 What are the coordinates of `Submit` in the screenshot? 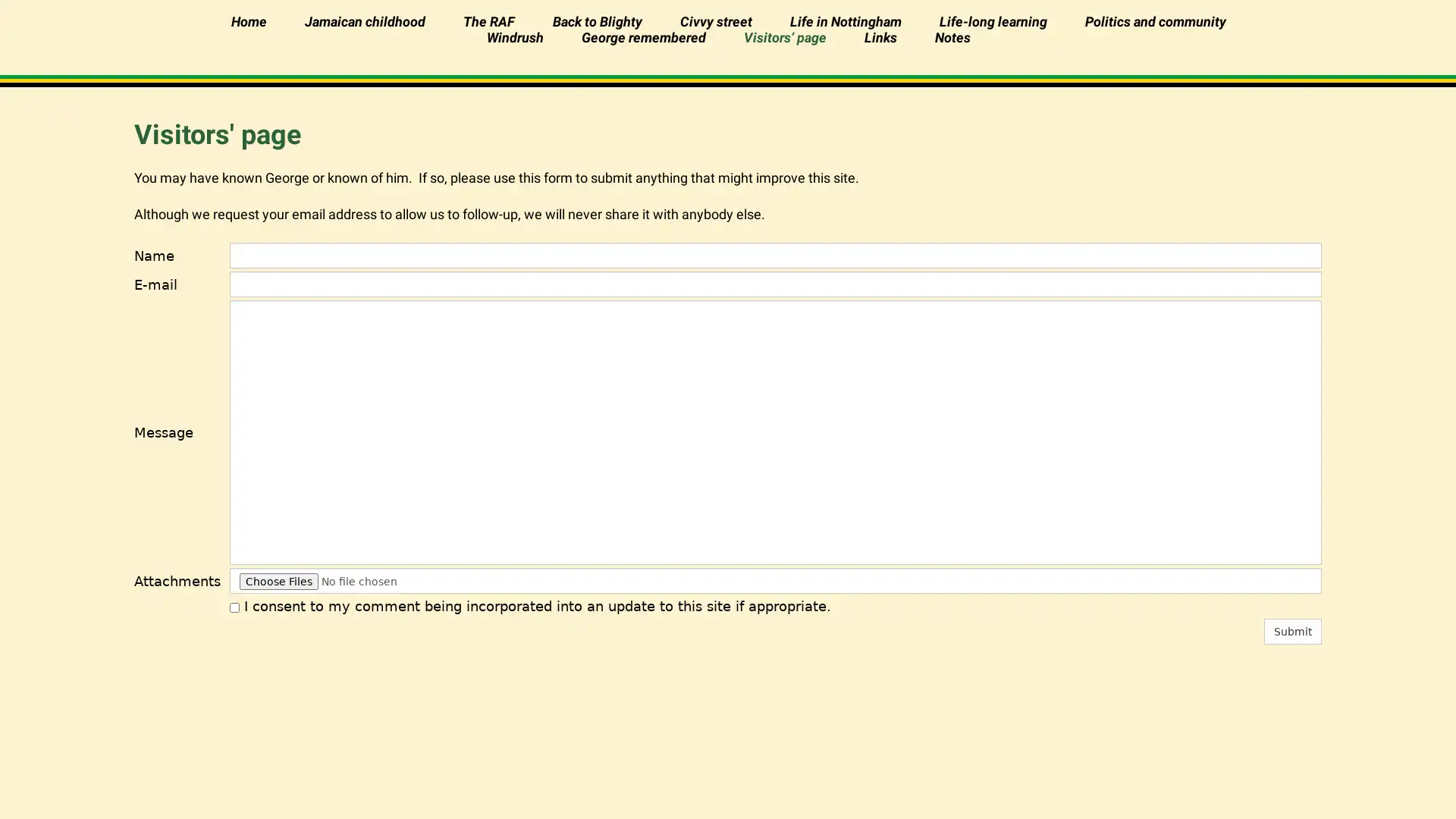 It's located at (1291, 632).